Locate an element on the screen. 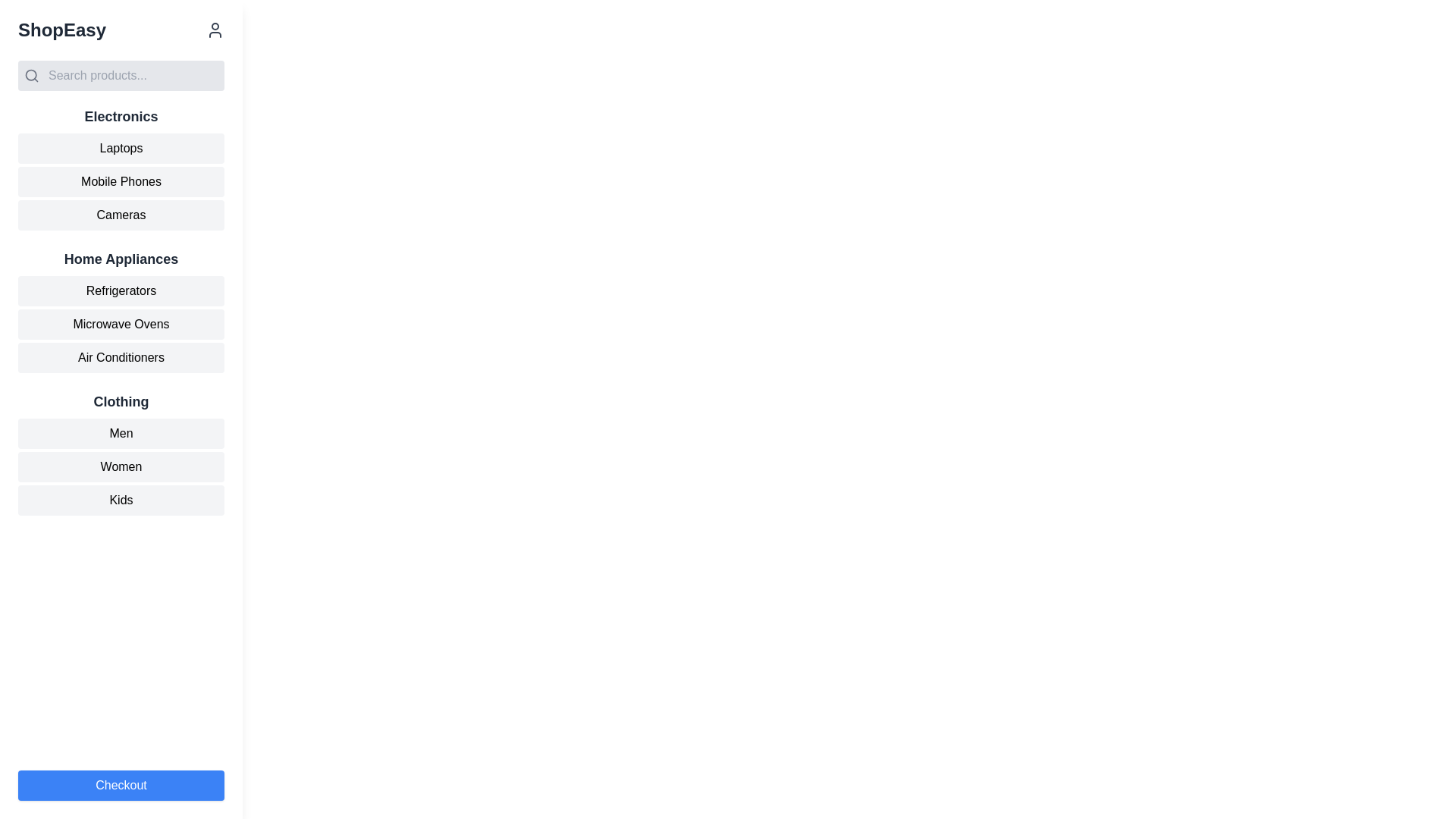 Image resolution: width=1456 pixels, height=819 pixels. the second menu item in the 'Home Appliances' section, which links to microwave ovens is located at coordinates (120, 324).